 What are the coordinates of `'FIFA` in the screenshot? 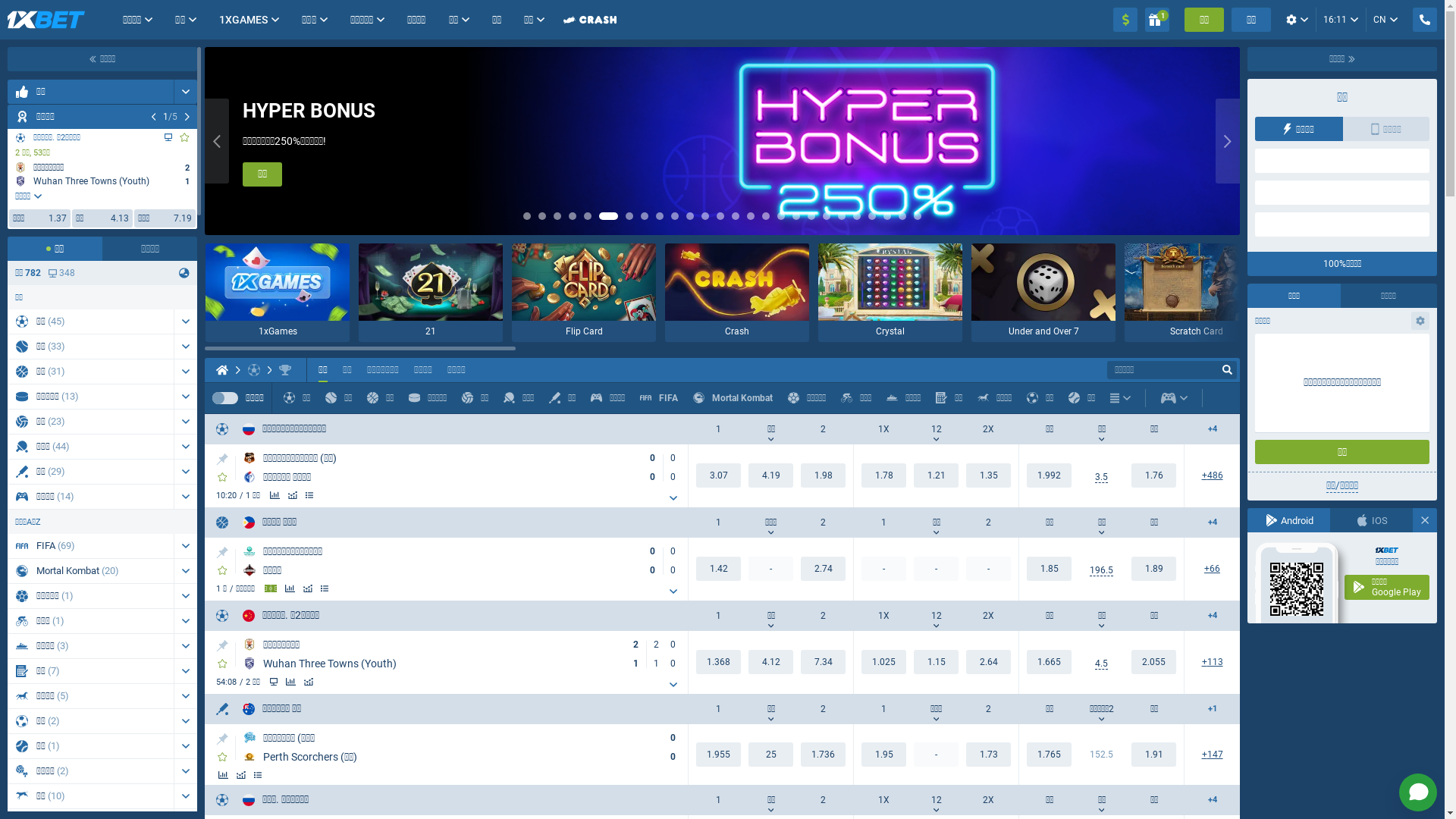 It's located at (7, 546).